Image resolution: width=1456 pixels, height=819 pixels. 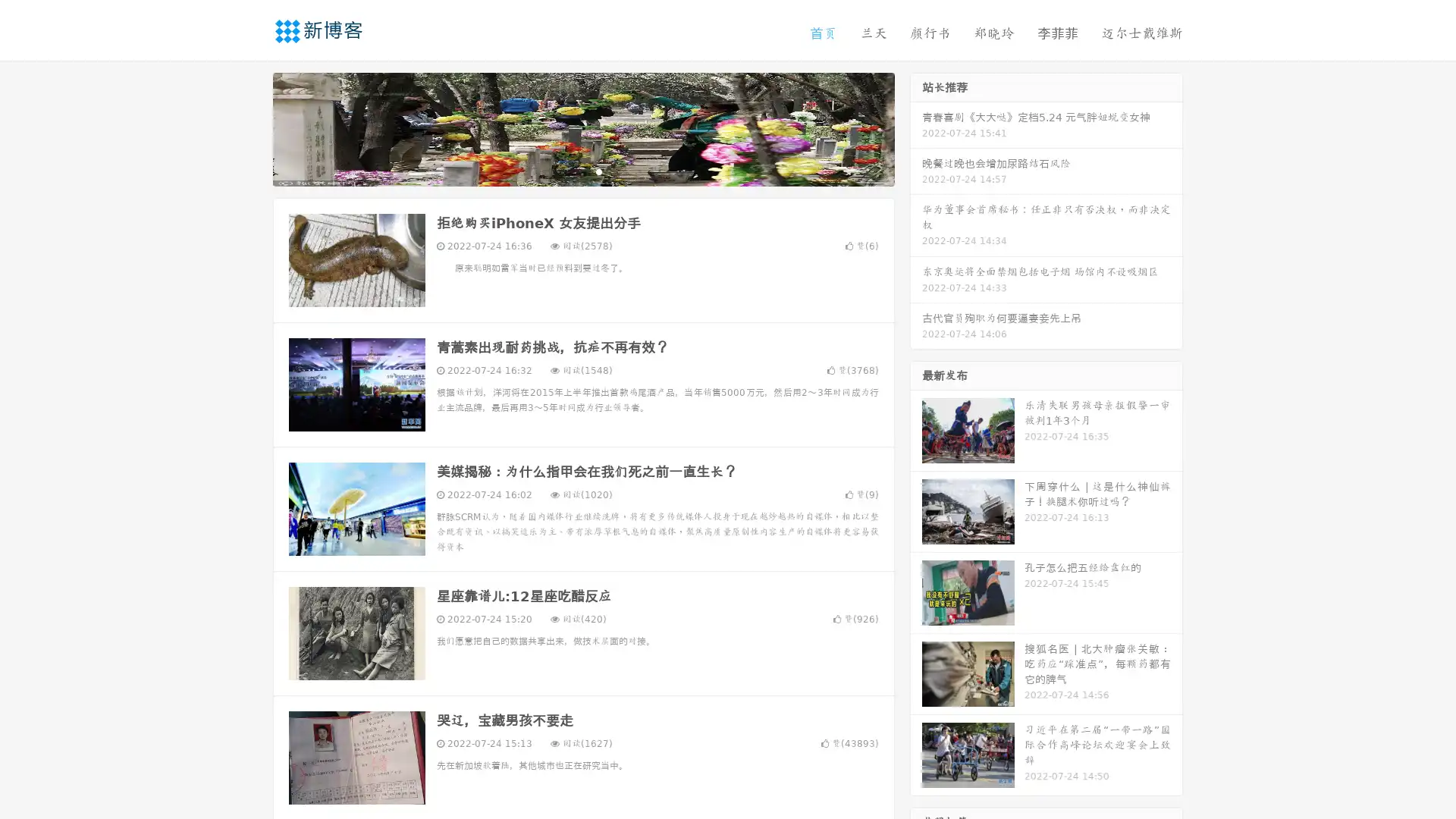 What do you see at coordinates (598, 171) in the screenshot?
I see `Go to slide 3` at bounding box center [598, 171].